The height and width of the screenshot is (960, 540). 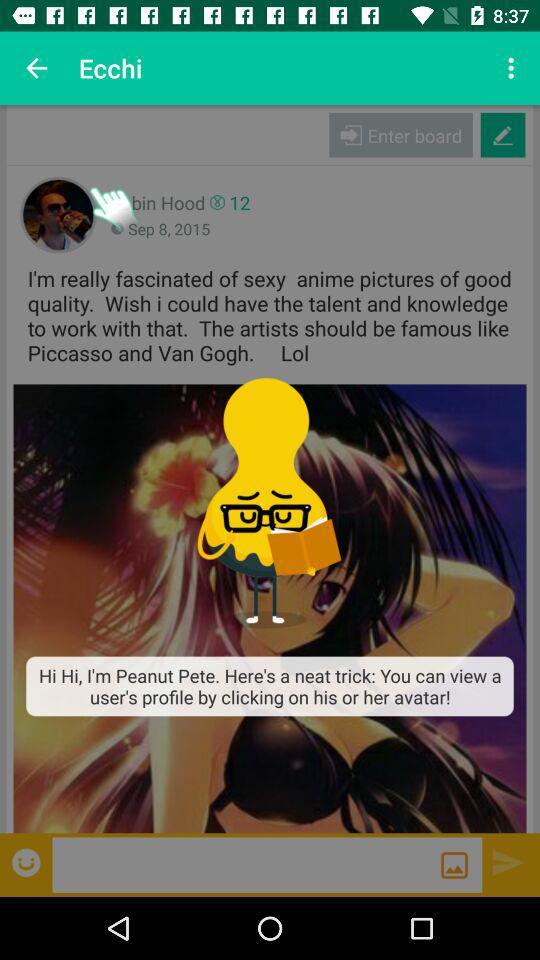 What do you see at coordinates (27, 861) in the screenshot?
I see `item at the bottom left corner` at bounding box center [27, 861].